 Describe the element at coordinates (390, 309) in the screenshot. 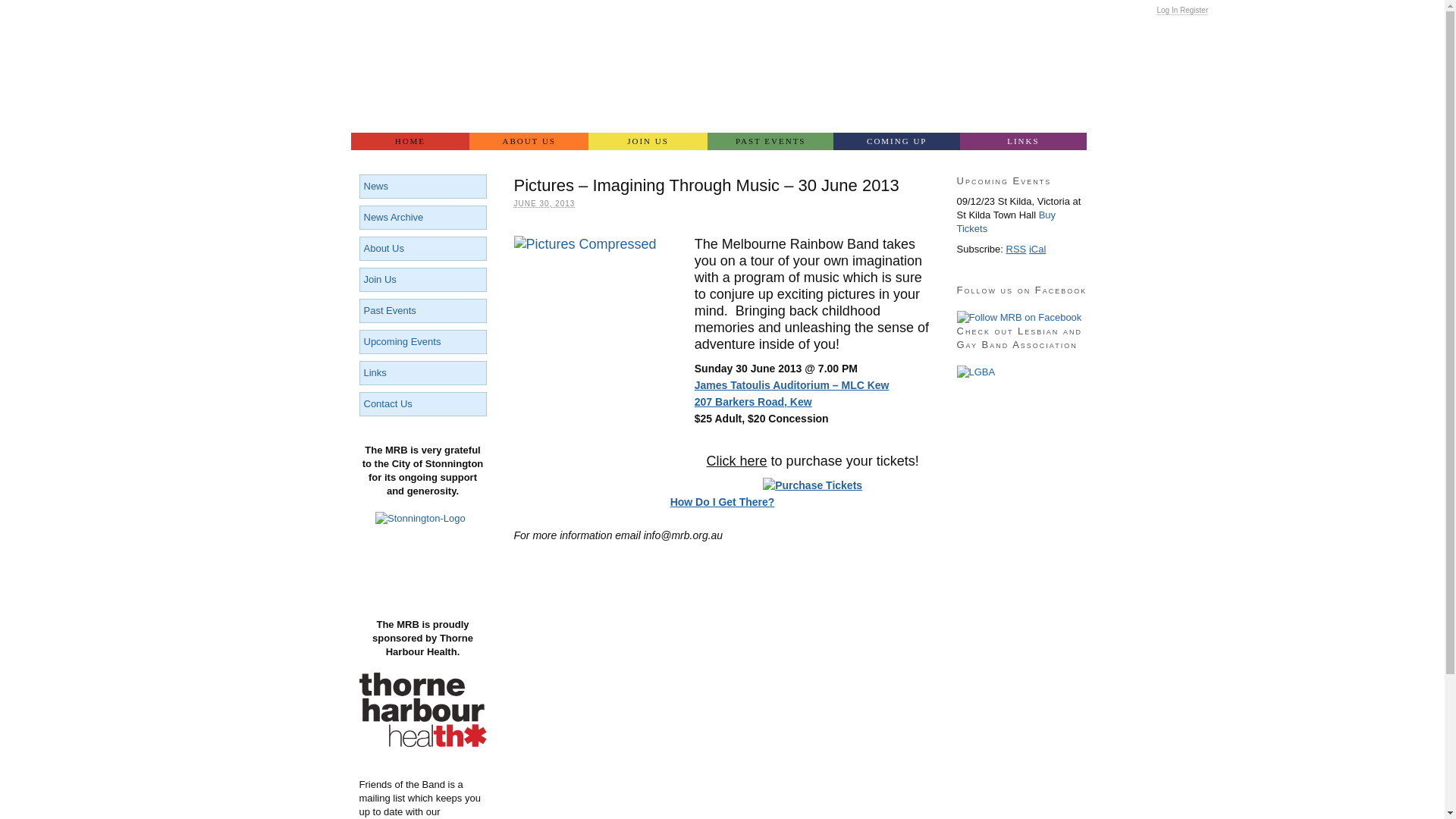

I see `'Past Events'` at that location.